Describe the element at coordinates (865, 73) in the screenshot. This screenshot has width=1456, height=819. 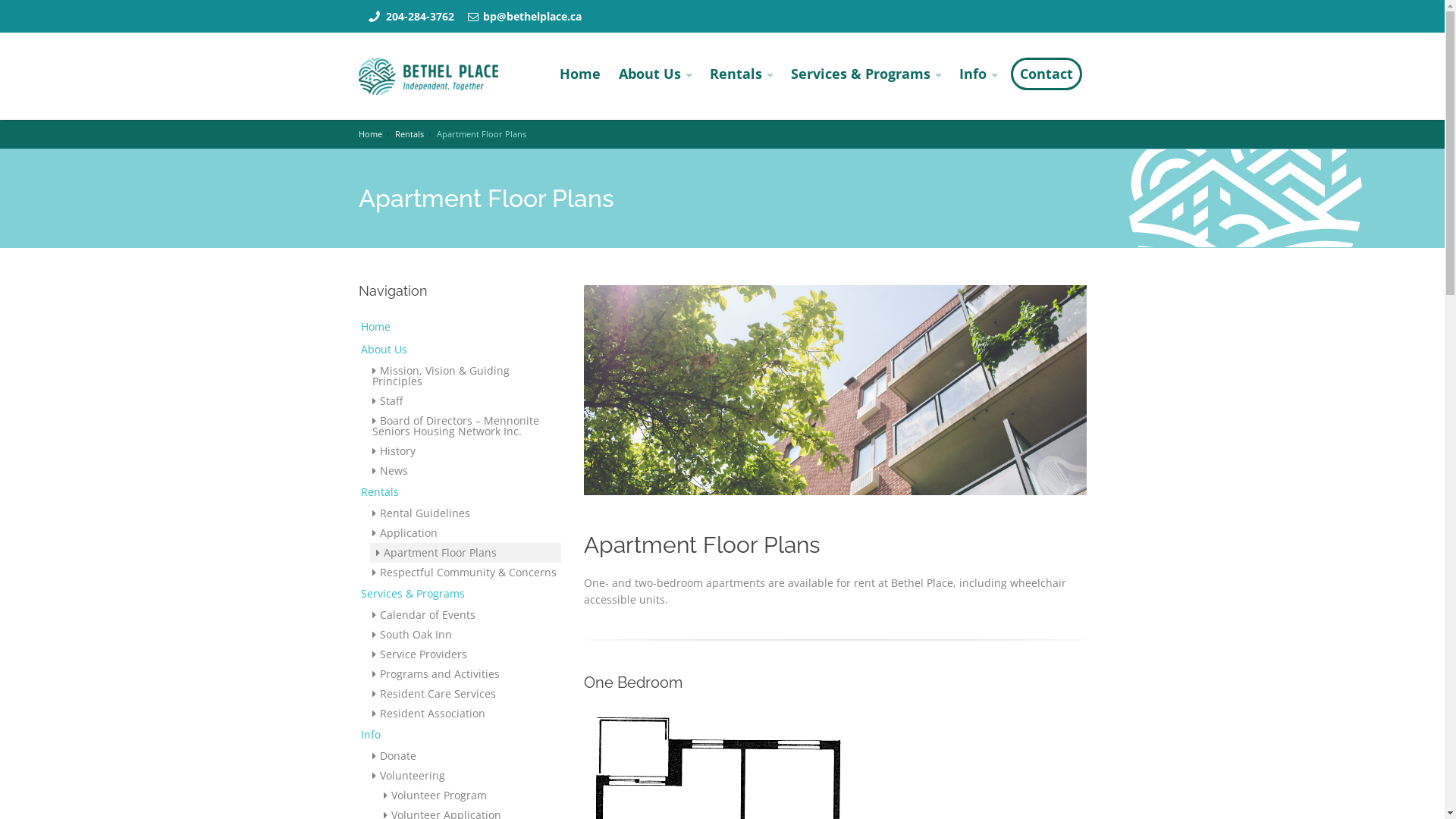
I see `'Services & Programs'` at that location.